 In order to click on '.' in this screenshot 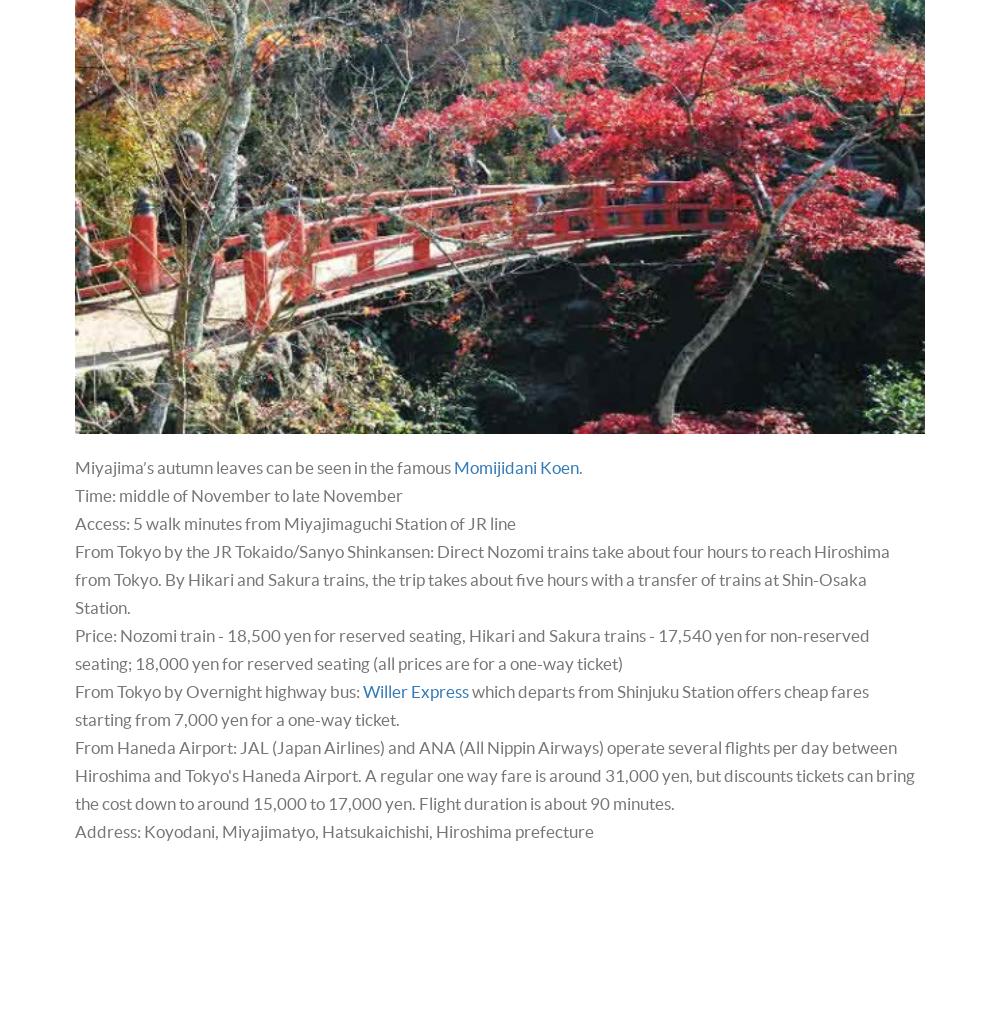, I will do `click(578, 466)`.